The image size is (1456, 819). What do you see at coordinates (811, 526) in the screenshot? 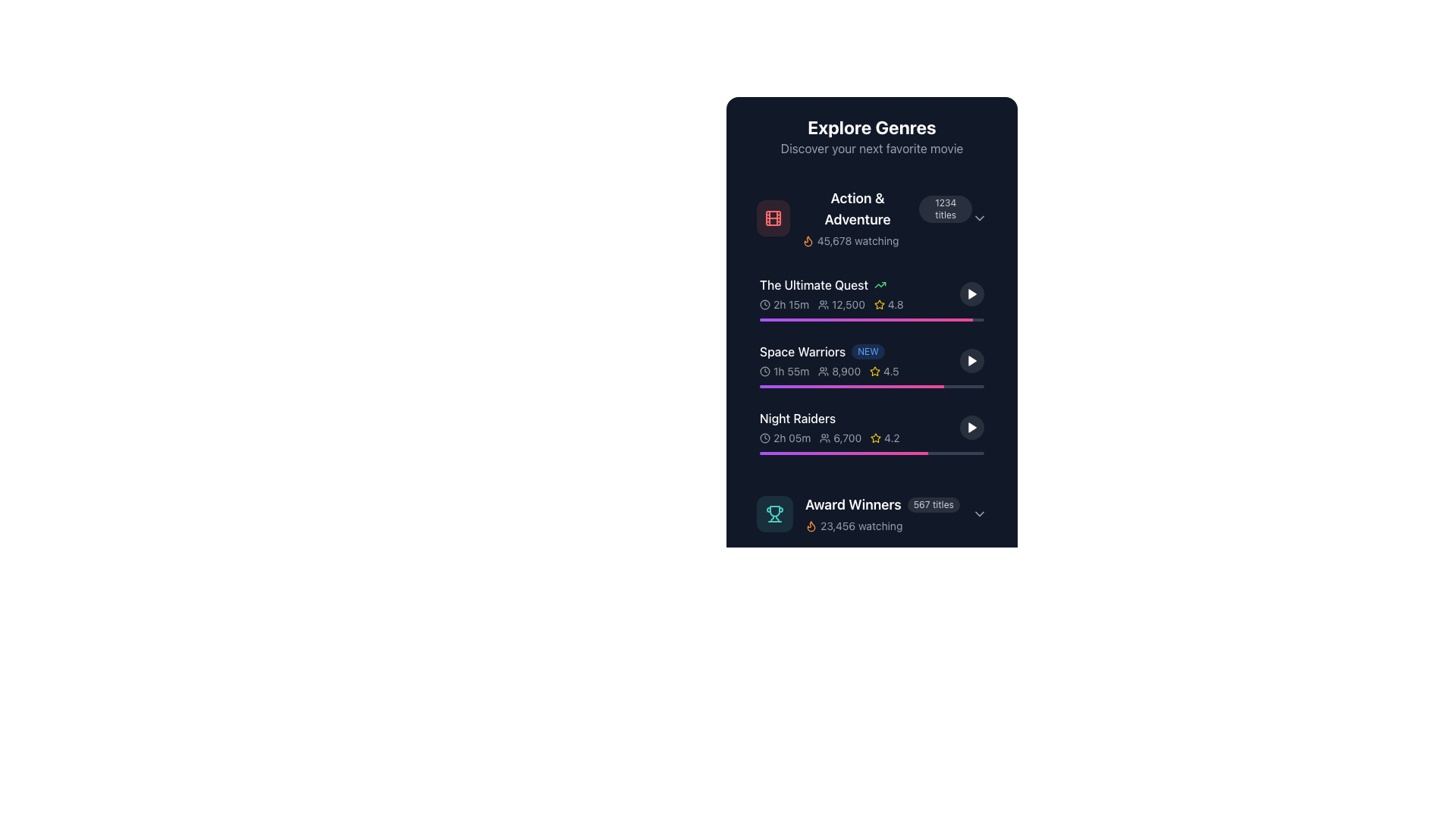
I see `the flame icon in the top section of the 'Action & Adventure' card, which is adjacent to the text '45,678 watching'` at bounding box center [811, 526].